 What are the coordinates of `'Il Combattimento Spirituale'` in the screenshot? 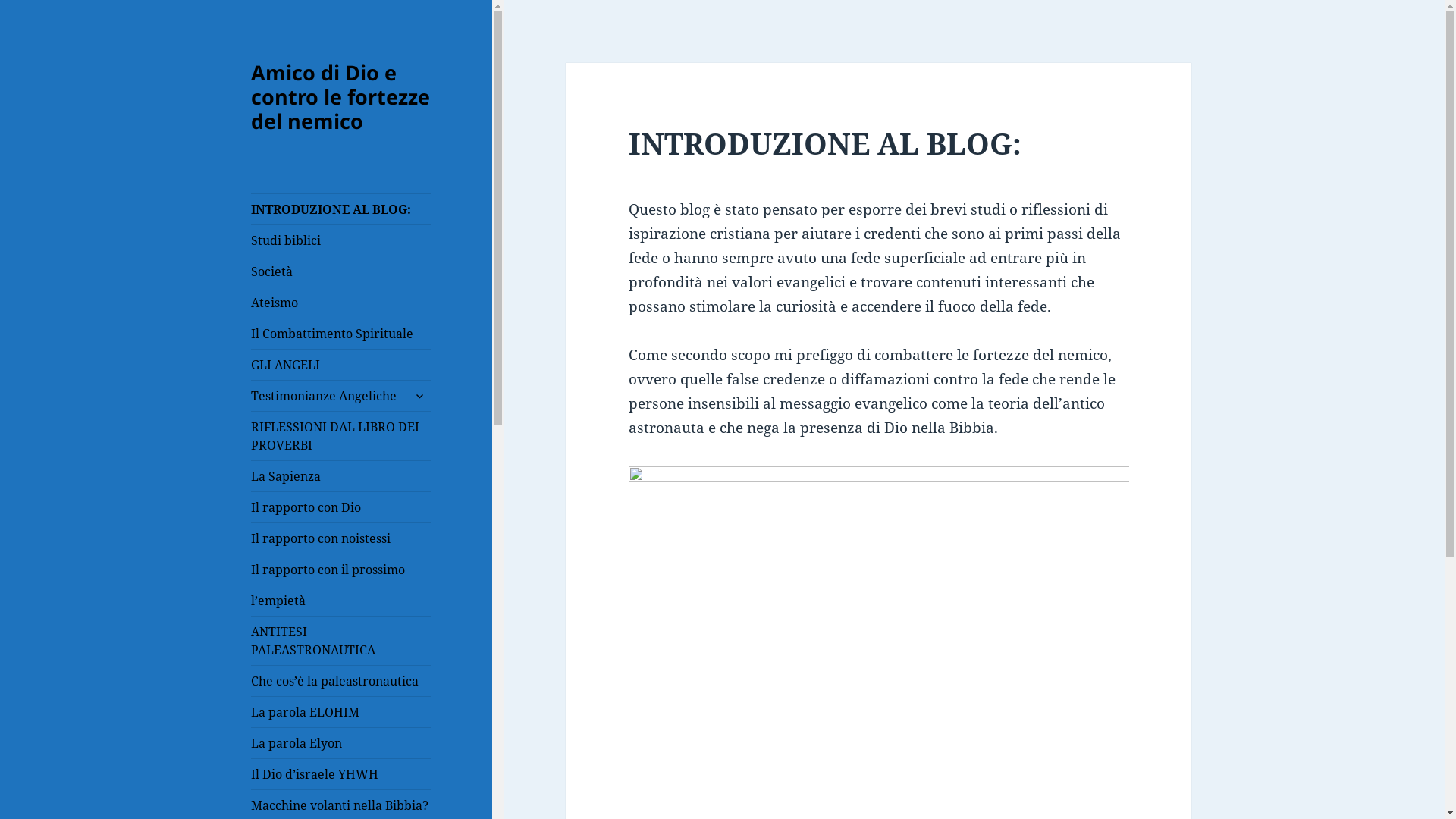 It's located at (340, 332).